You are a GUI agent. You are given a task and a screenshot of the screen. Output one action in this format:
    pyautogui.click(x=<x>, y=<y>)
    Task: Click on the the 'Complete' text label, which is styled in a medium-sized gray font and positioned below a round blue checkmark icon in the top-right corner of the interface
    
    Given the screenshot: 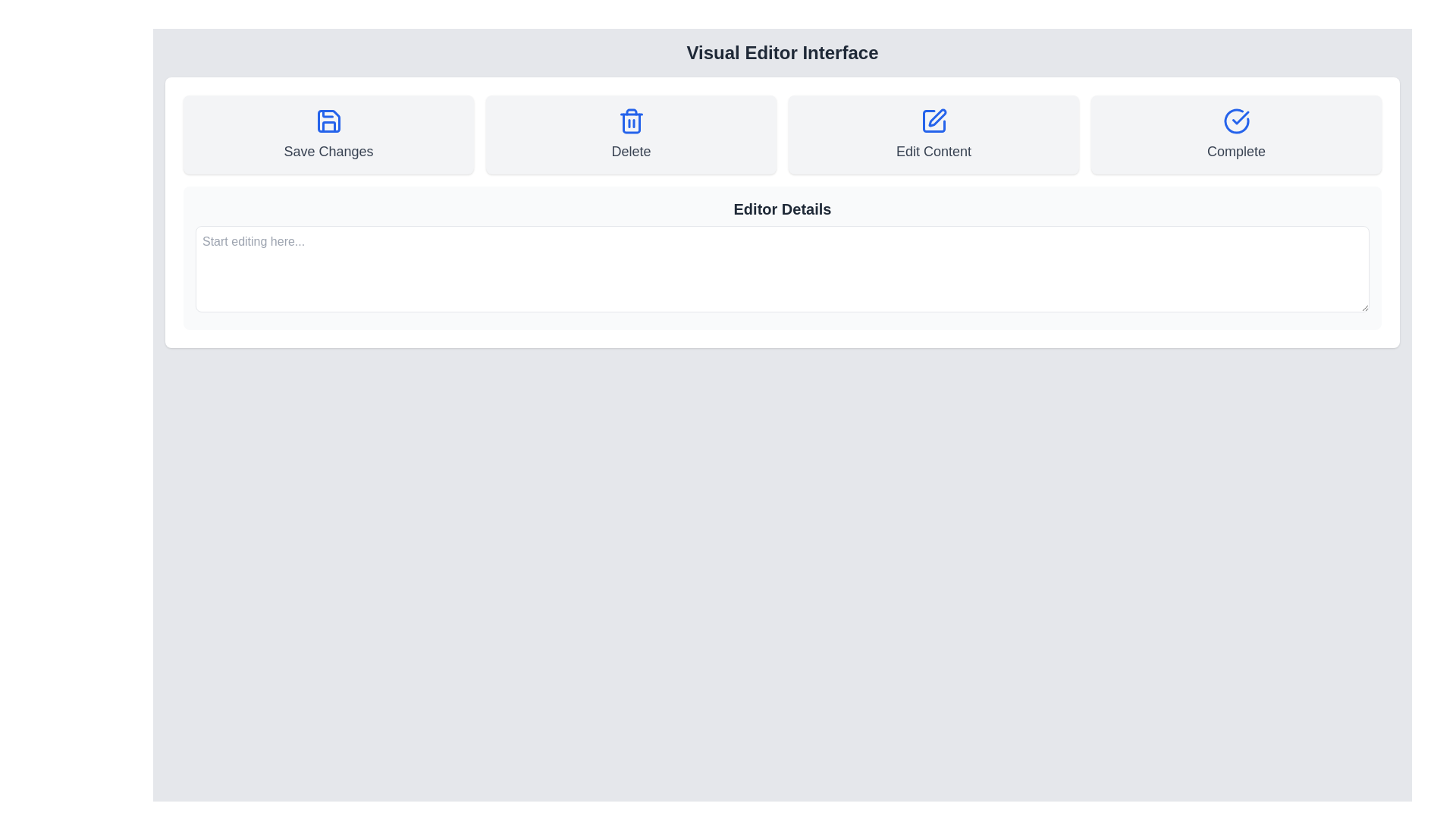 What is the action you would take?
    pyautogui.click(x=1236, y=152)
    